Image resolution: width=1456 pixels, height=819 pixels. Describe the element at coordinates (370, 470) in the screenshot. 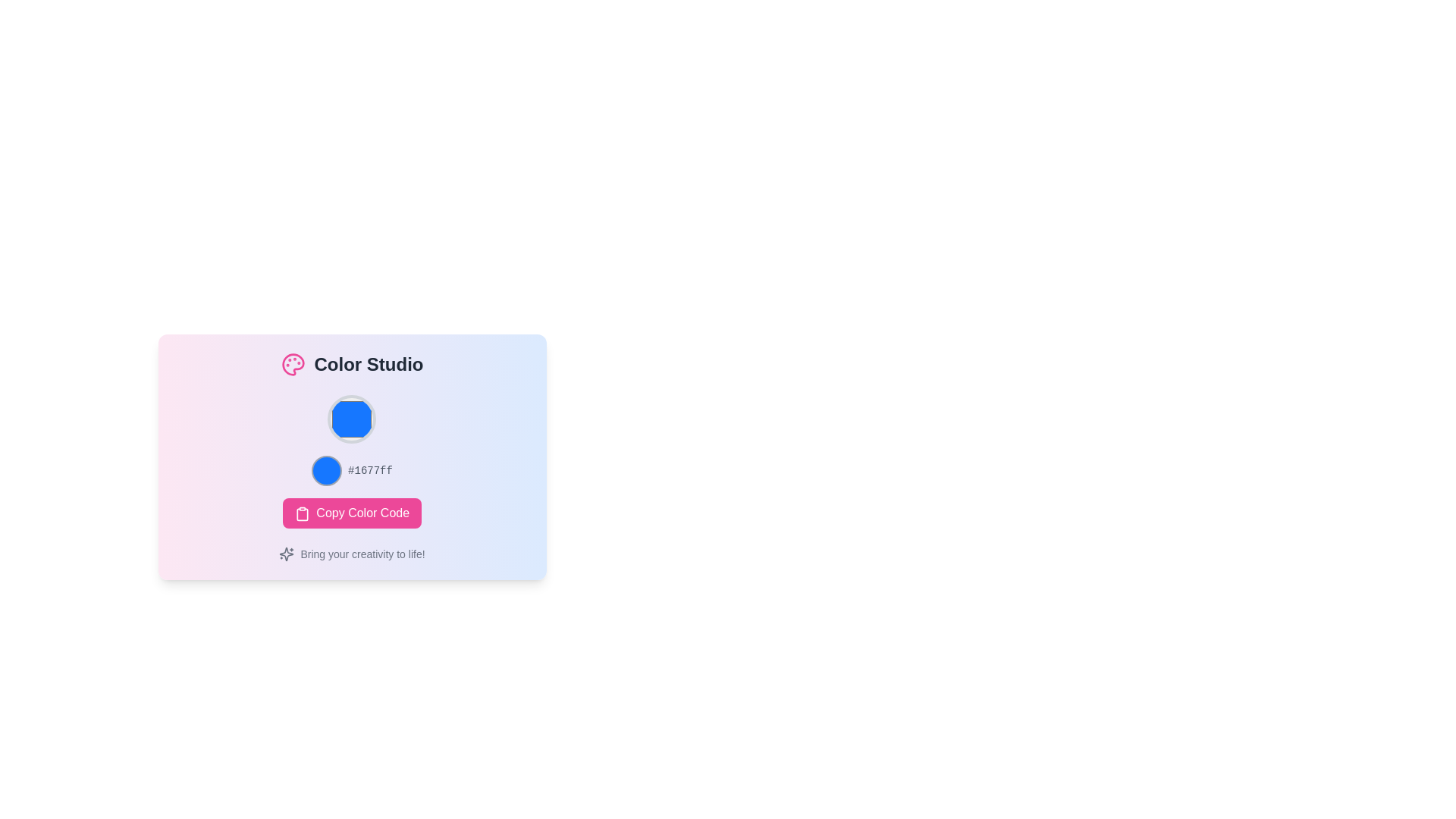

I see `the Text Label displaying the color code that is positioned to the right of the circular color preview` at that location.